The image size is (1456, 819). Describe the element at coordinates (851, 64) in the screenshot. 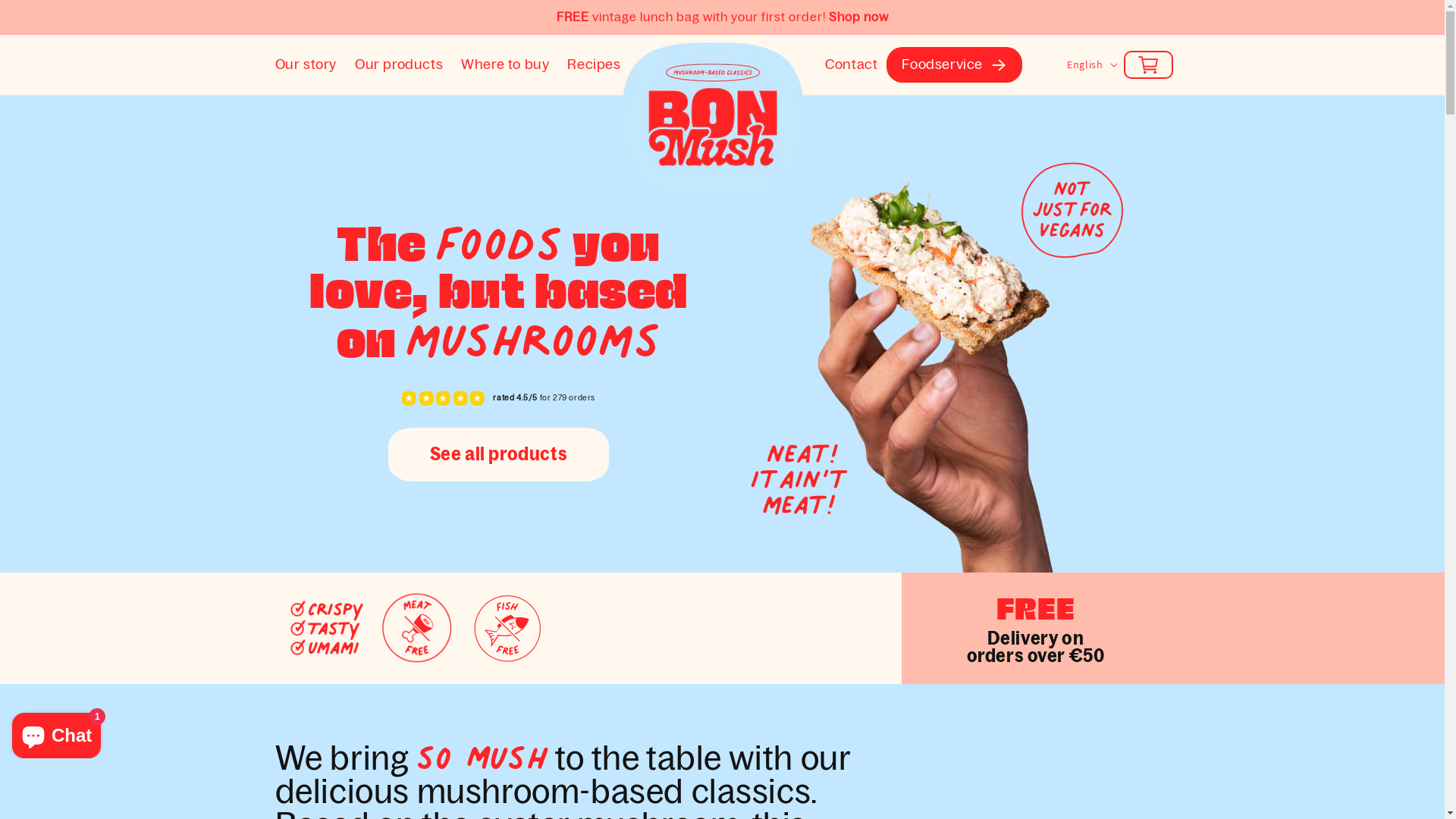

I see `'Contact'` at that location.